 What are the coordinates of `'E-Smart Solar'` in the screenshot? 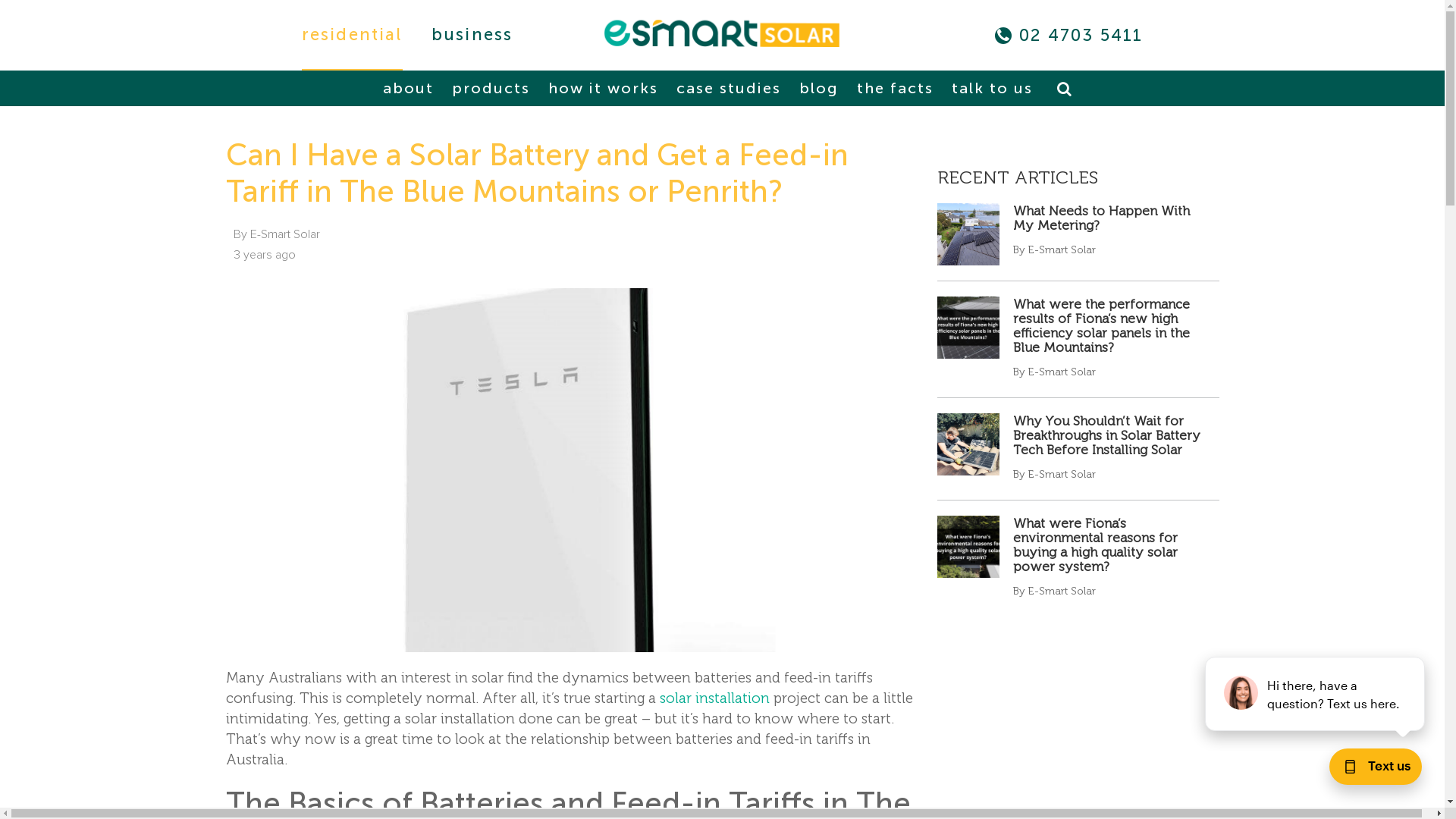 It's located at (720, 33).